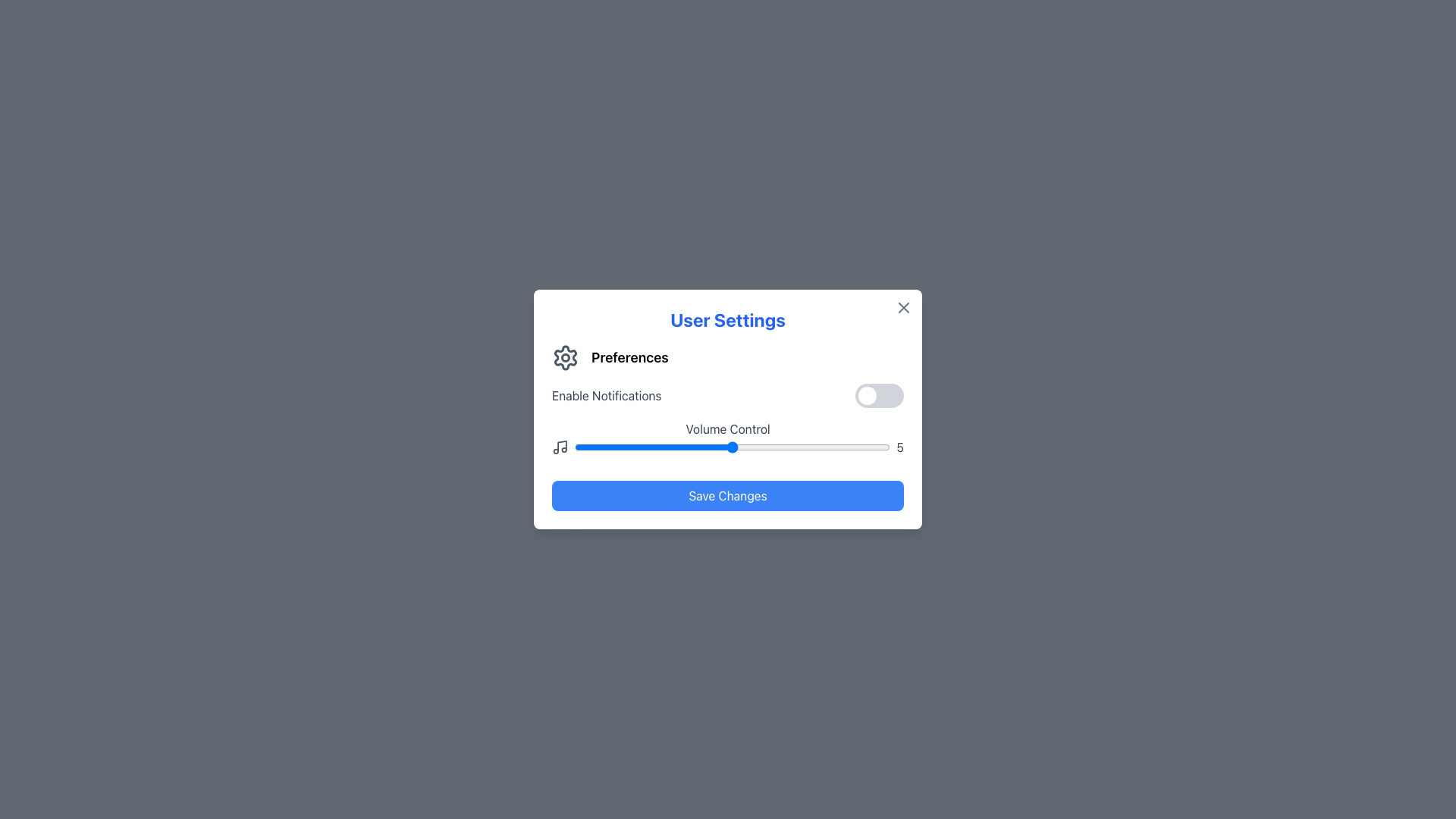 Image resolution: width=1456 pixels, height=819 pixels. What do you see at coordinates (637, 447) in the screenshot?
I see `the volume level` at bounding box center [637, 447].